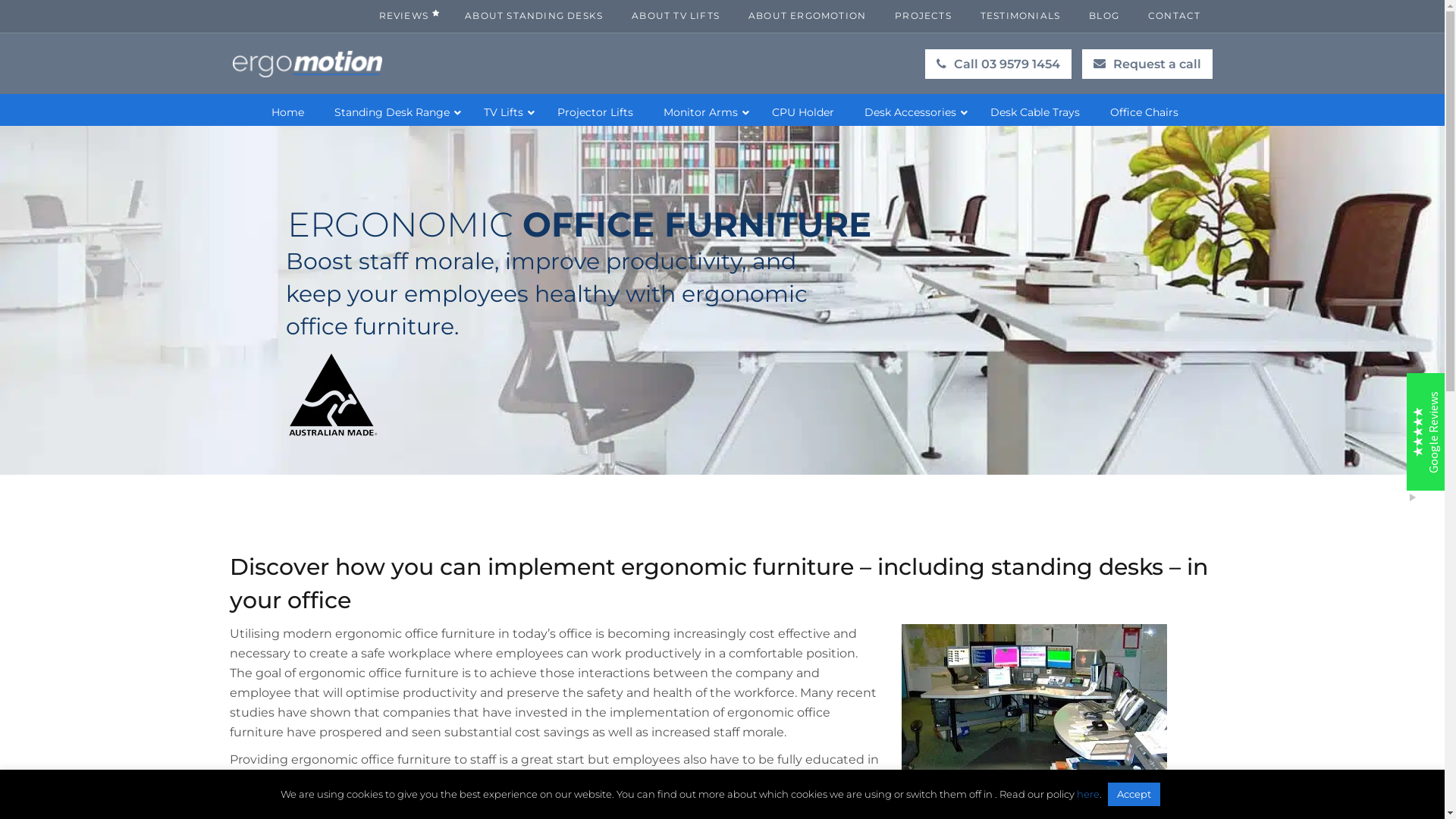 The image size is (1456, 819). What do you see at coordinates (648, 111) in the screenshot?
I see `'Monitor Arms'` at bounding box center [648, 111].